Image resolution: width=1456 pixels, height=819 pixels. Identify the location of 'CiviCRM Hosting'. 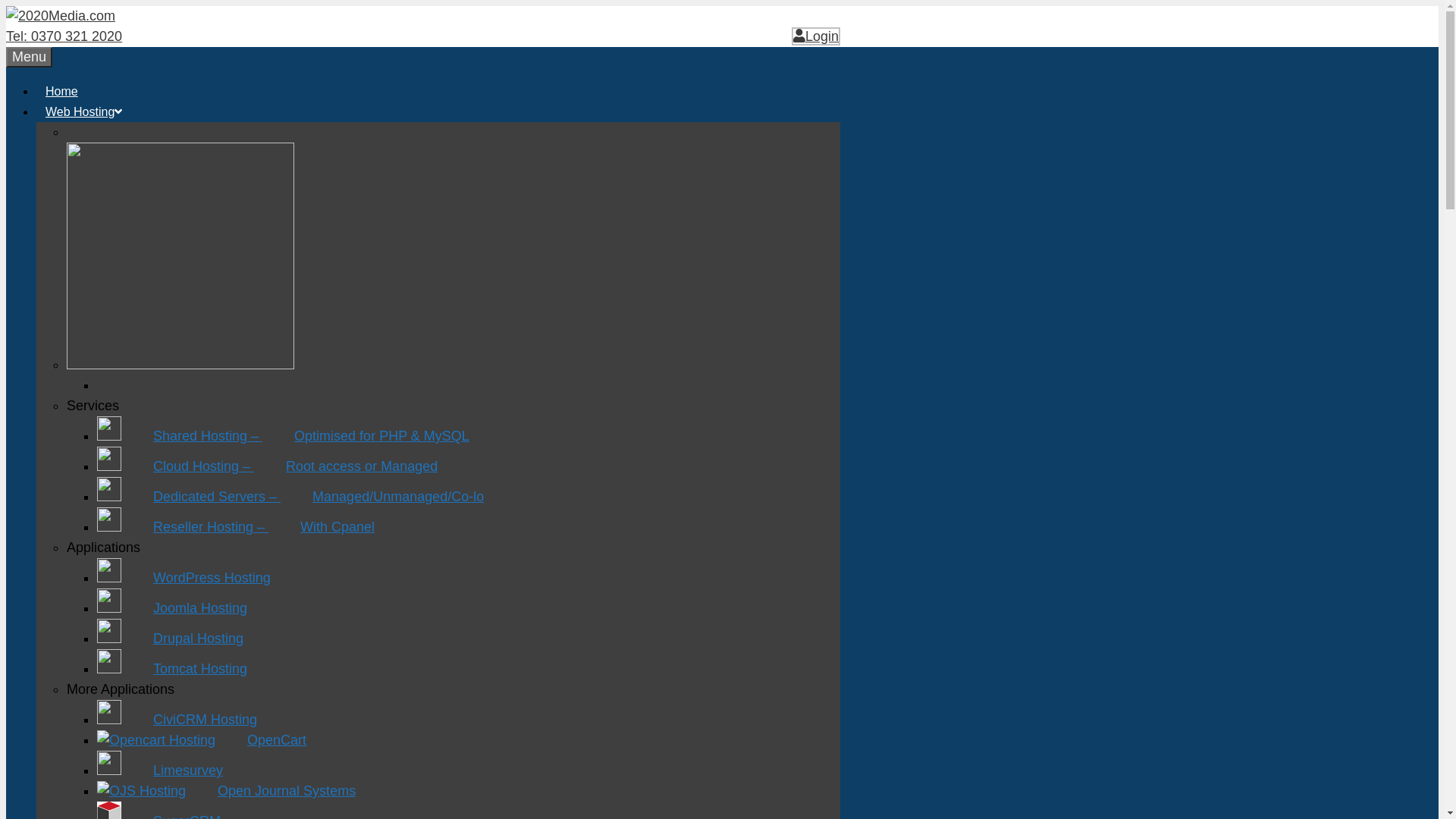
(177, 718).